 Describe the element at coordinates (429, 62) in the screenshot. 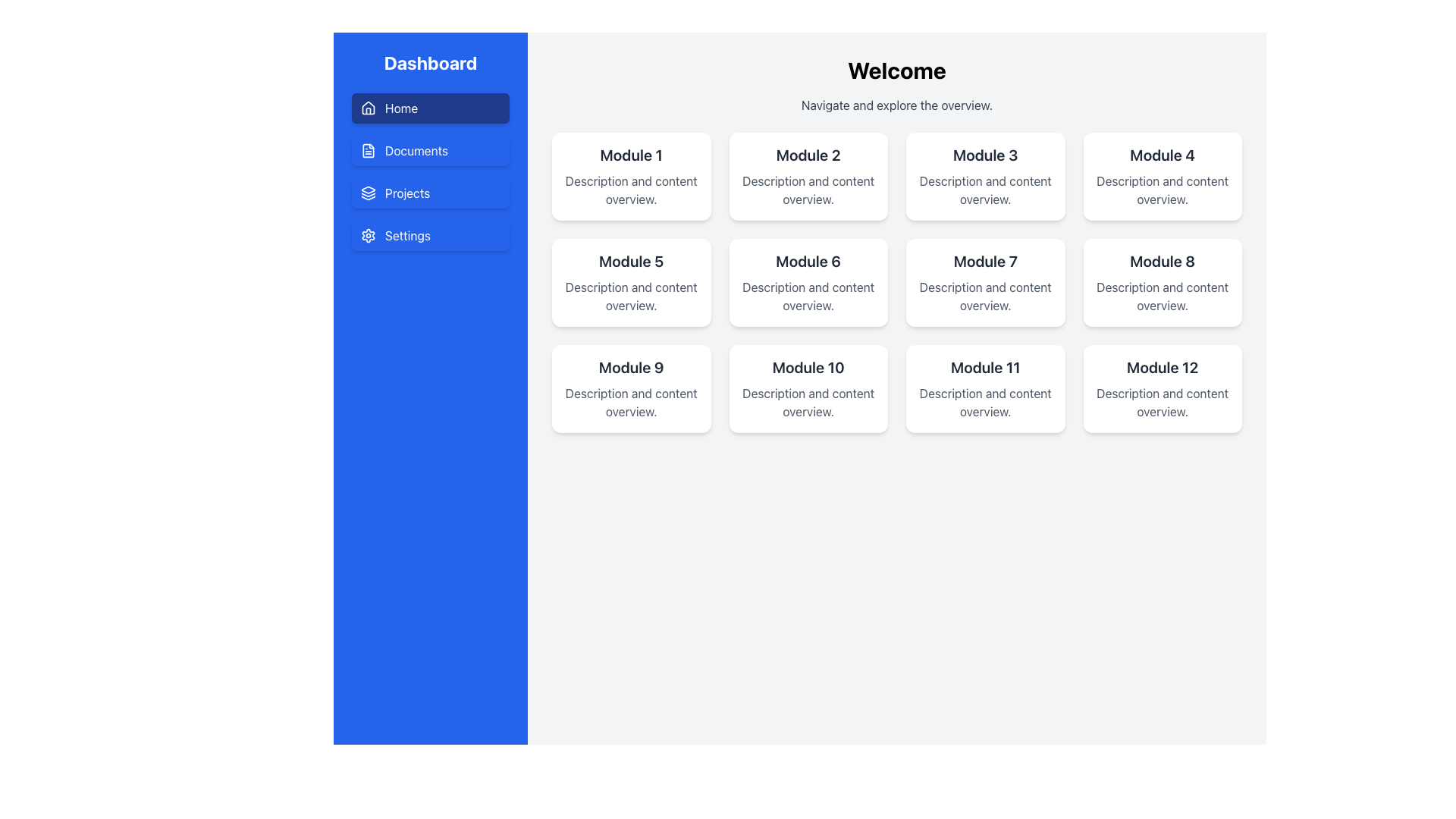

I see `the 'Dashboard' text label located at the top of the blue sidebar on the left side of the layout, which acts as the title for the section` at that location.